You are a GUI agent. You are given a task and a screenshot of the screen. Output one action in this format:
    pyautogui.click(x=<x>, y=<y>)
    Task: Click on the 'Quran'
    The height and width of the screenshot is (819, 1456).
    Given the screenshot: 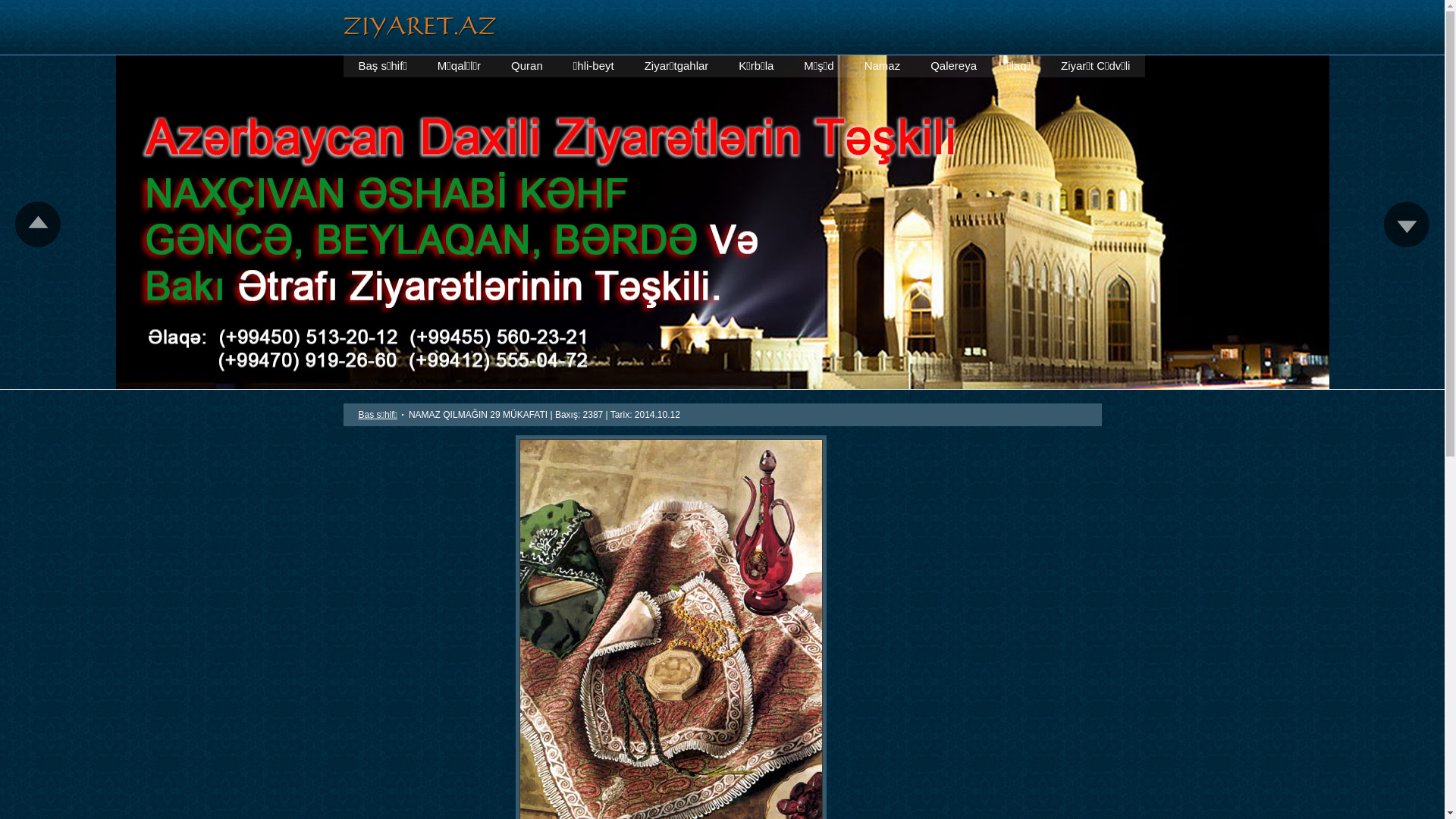 What is the action you would take?
    pyautogui.click(x=527, y=65)
    